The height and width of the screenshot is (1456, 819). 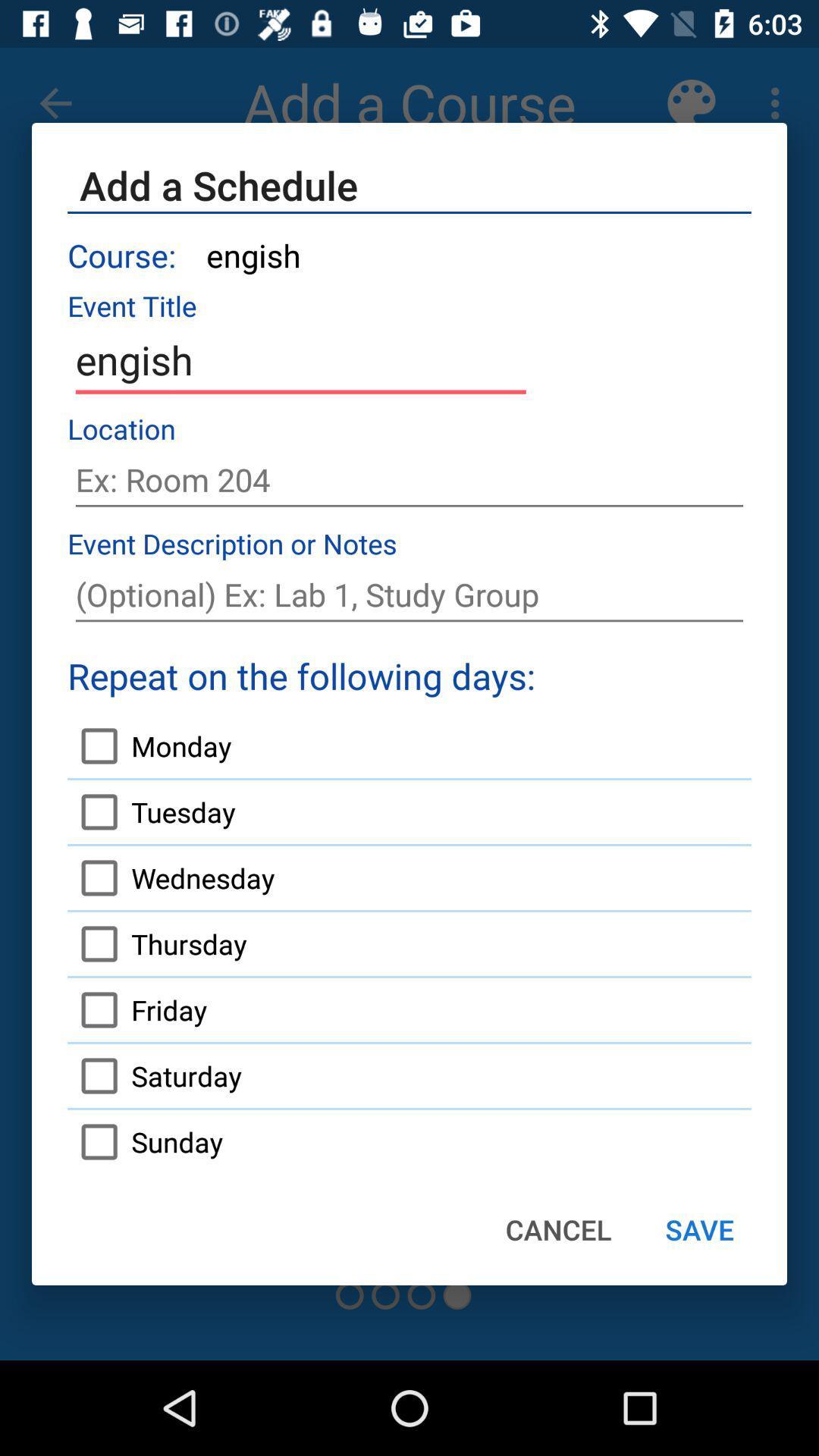 I want to click on sunday item, so click(x=145, y=1142).